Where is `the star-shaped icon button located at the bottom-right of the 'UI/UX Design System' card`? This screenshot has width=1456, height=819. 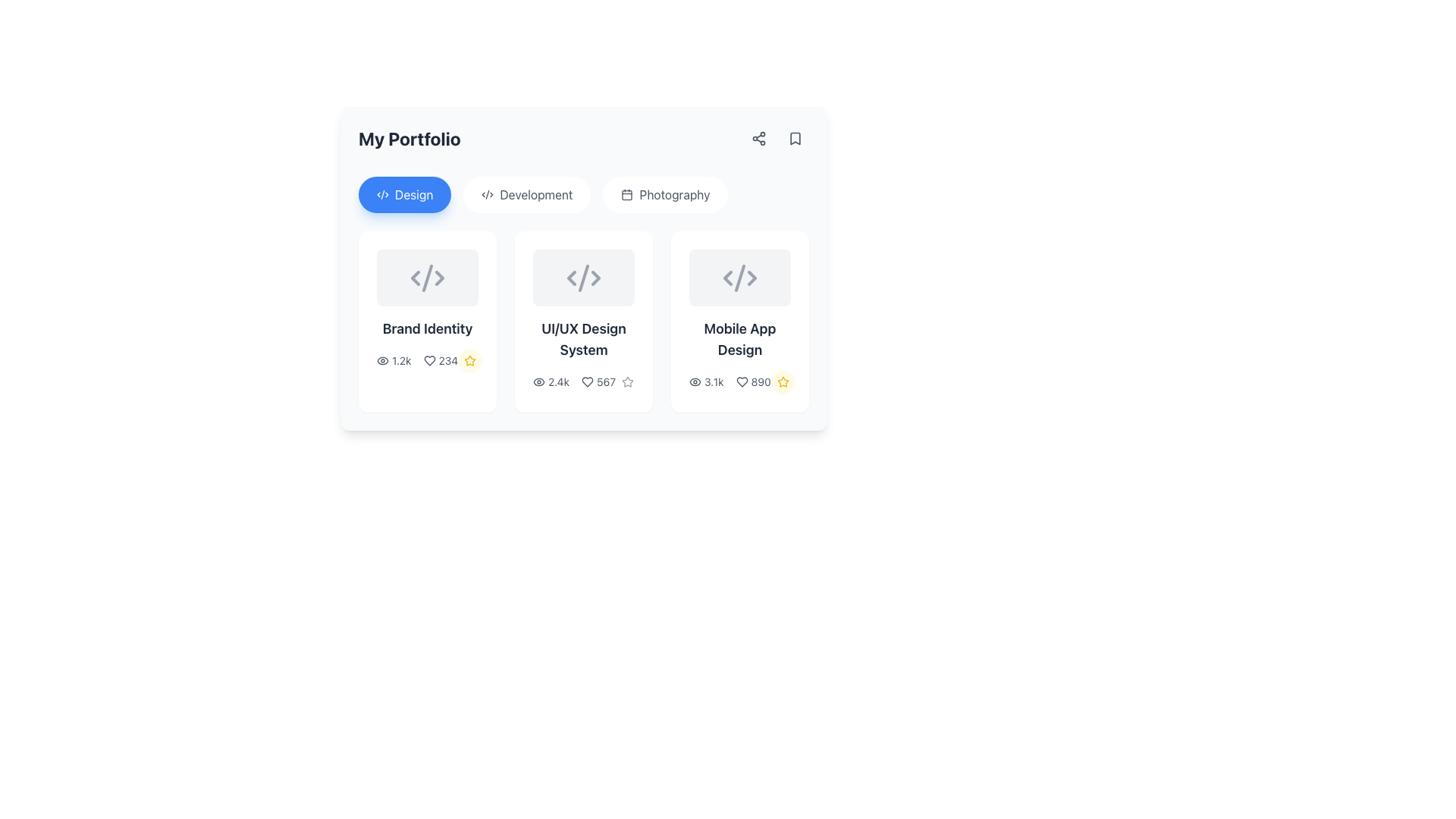
the star-shaped icon button located at the bottom-right of the 'UI/UX Design System' card is located at coordinates (628, 381).